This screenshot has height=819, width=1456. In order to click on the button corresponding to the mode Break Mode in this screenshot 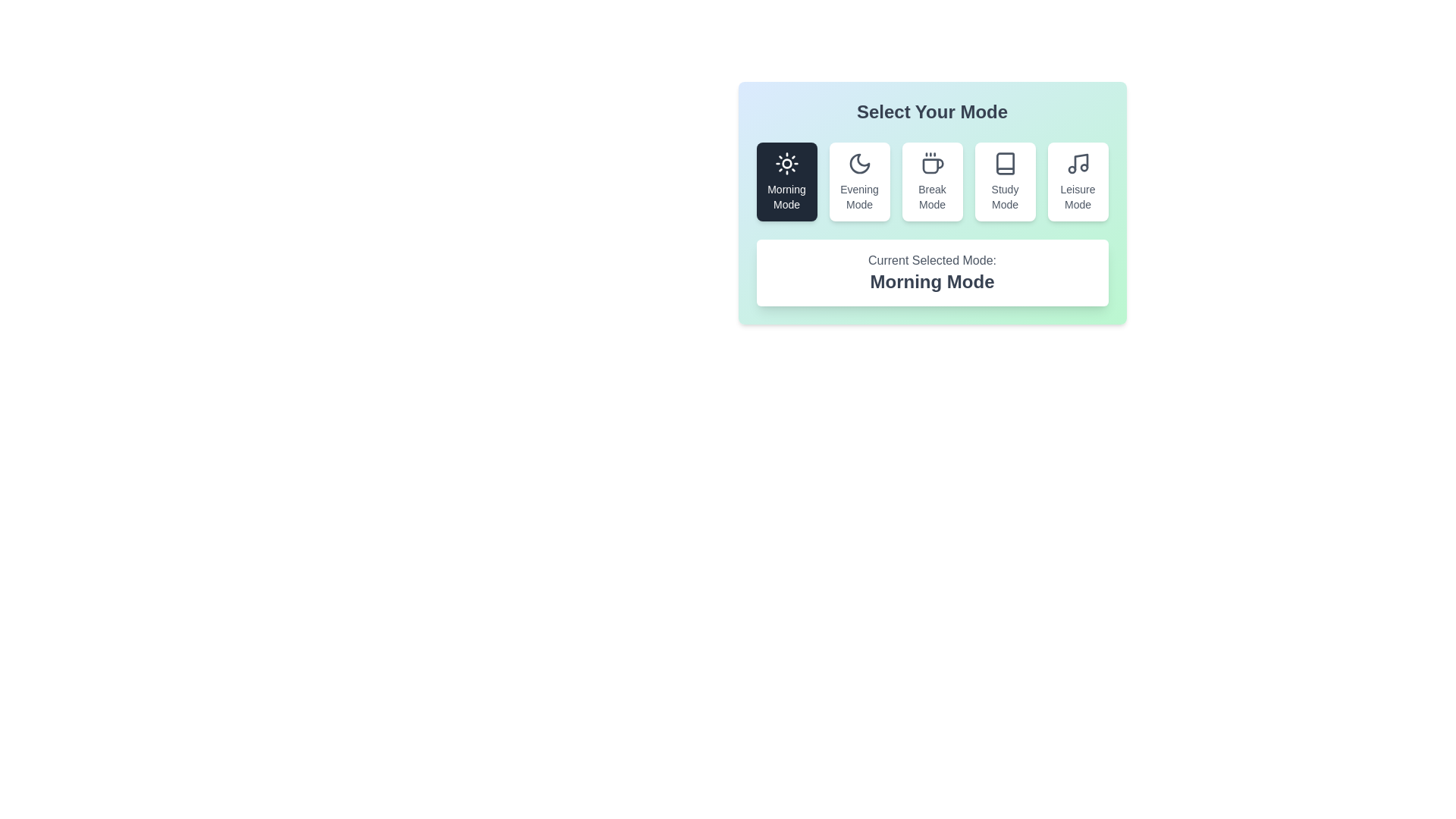, I will do `click(931, 180)`.